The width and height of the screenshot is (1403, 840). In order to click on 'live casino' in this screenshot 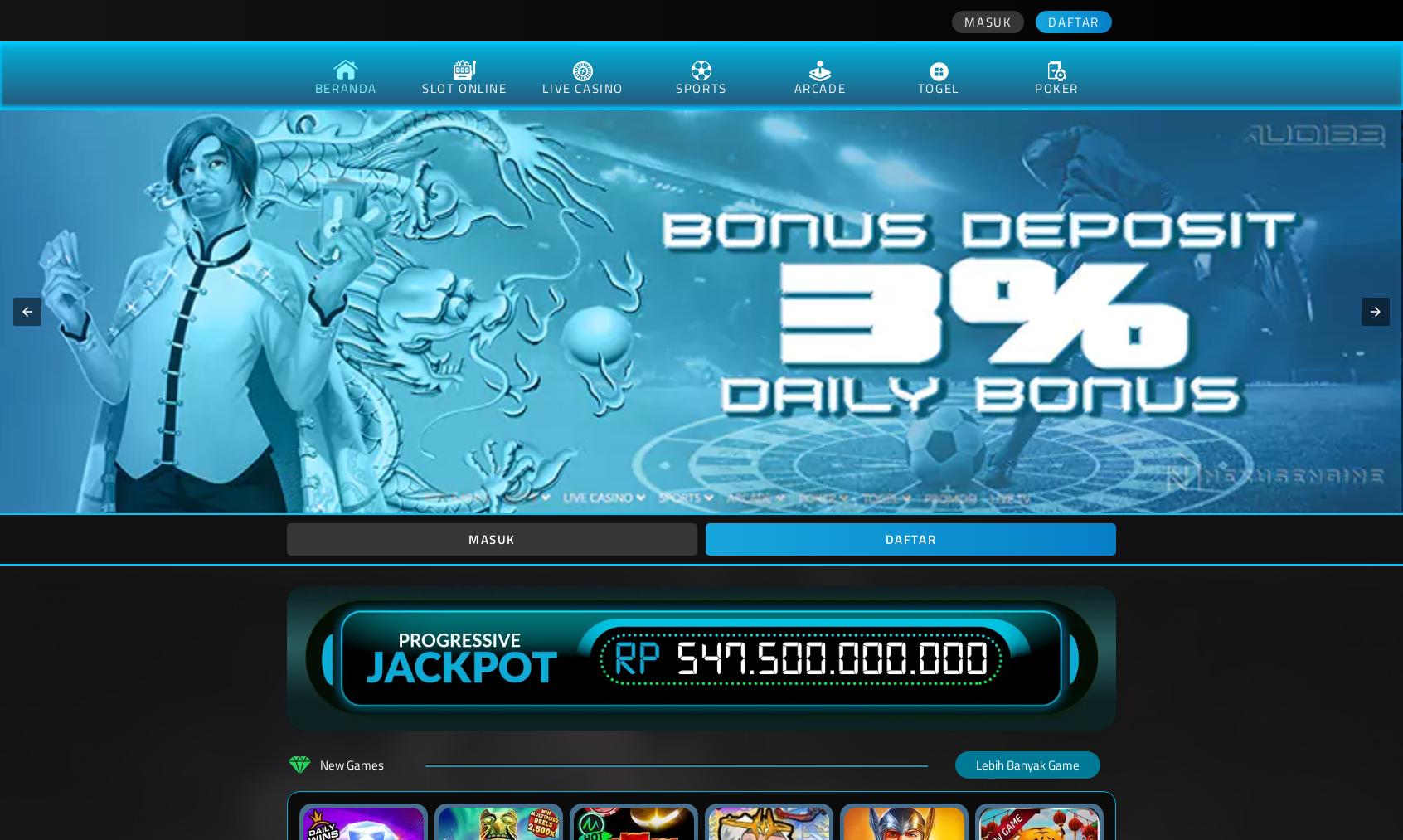, I will do `click(582, 88)`.